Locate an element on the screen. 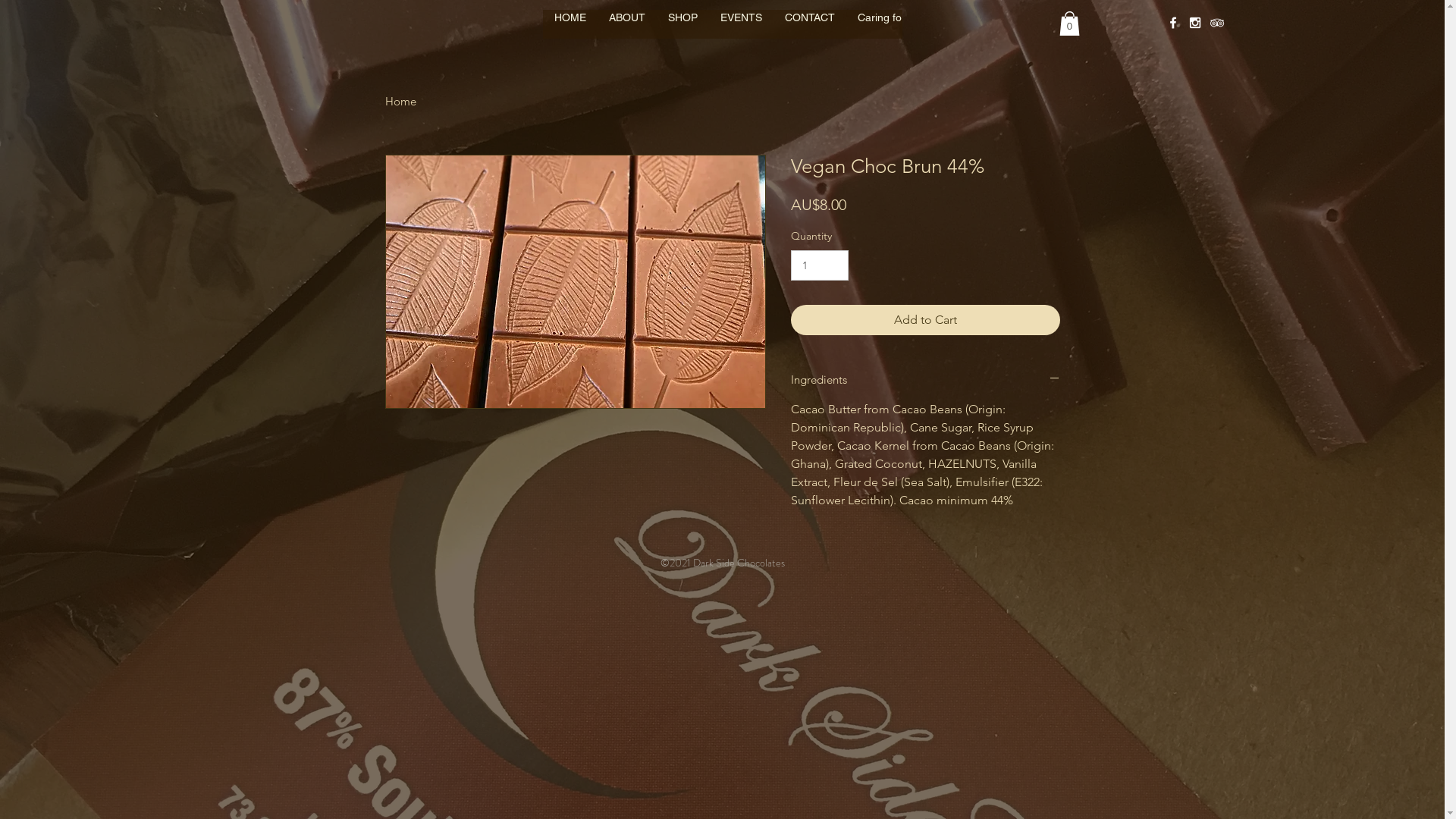 The width and height of the screenshot is (1456, 819). 'CONTACT' is located at coordinates (809, 29).